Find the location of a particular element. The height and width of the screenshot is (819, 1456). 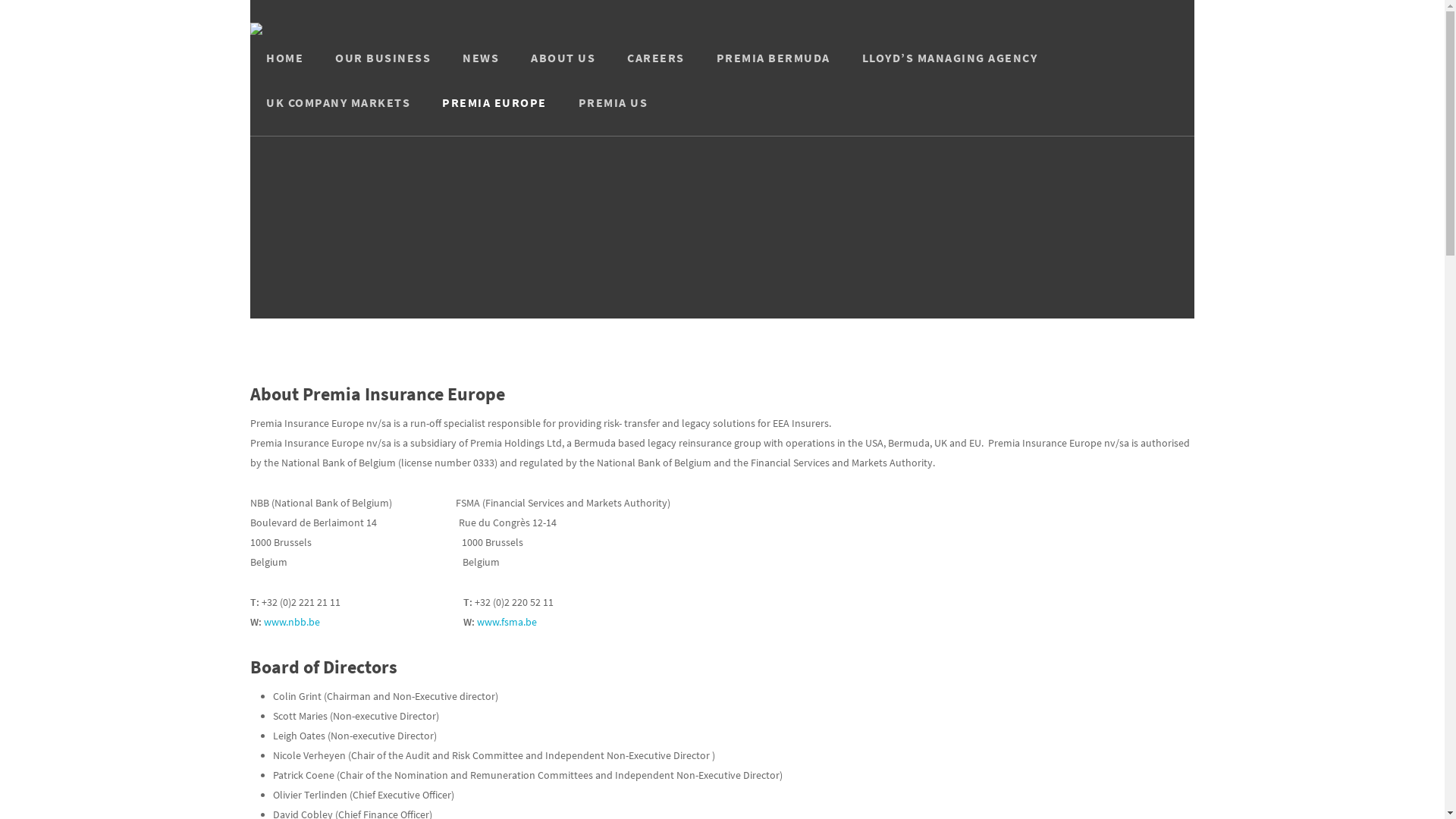

'ABOUT US' is located at coordinates (562, 69).